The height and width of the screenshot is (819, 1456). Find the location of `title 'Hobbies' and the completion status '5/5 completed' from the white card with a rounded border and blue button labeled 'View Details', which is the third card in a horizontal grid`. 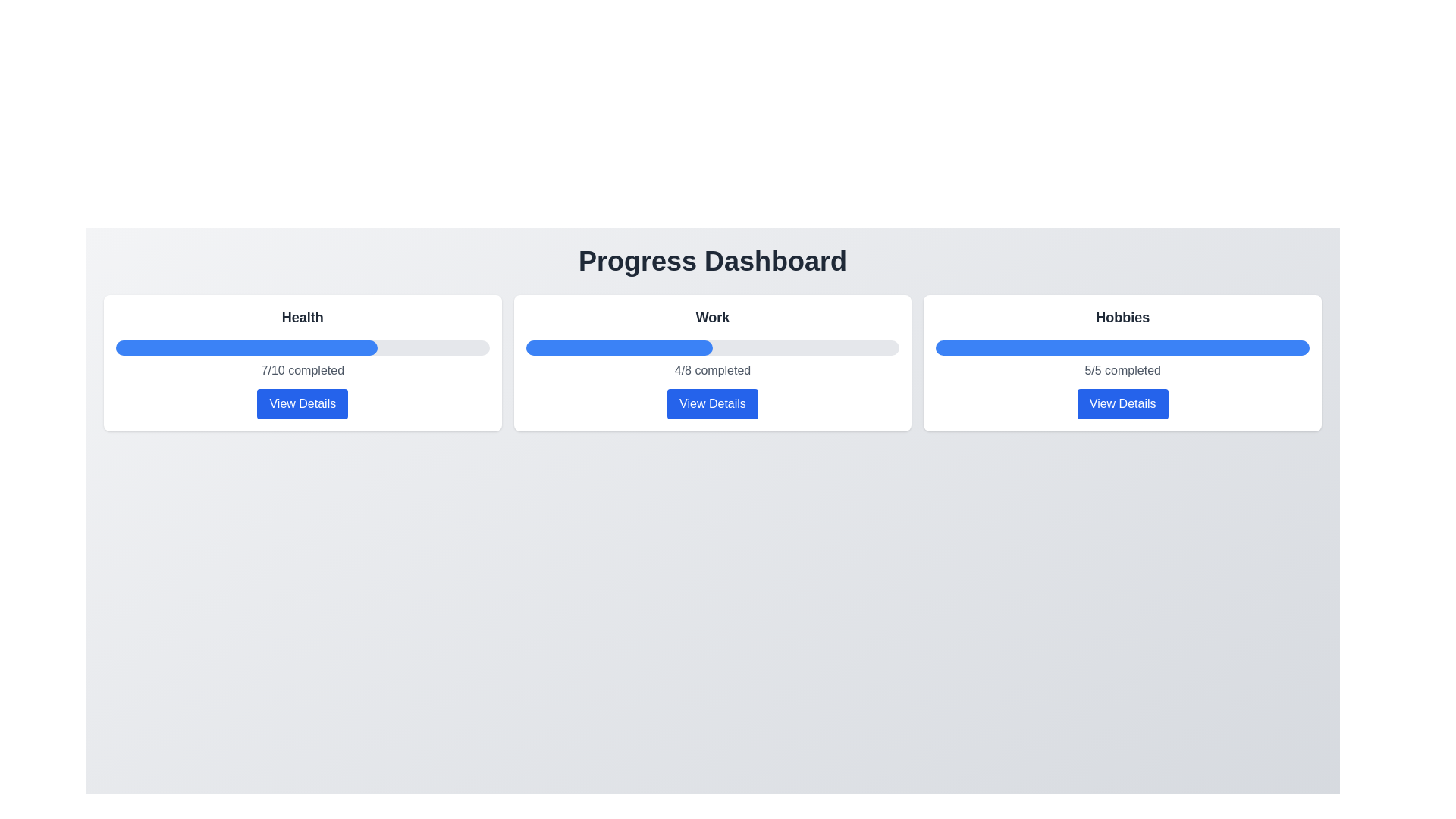

title 'Hobbies' and the completion status '5/5 completed' from the white card with a rounded border and blue button labeled 'View Details', which is the third card in a horizontal grid is located at coordinates (1122, 362).